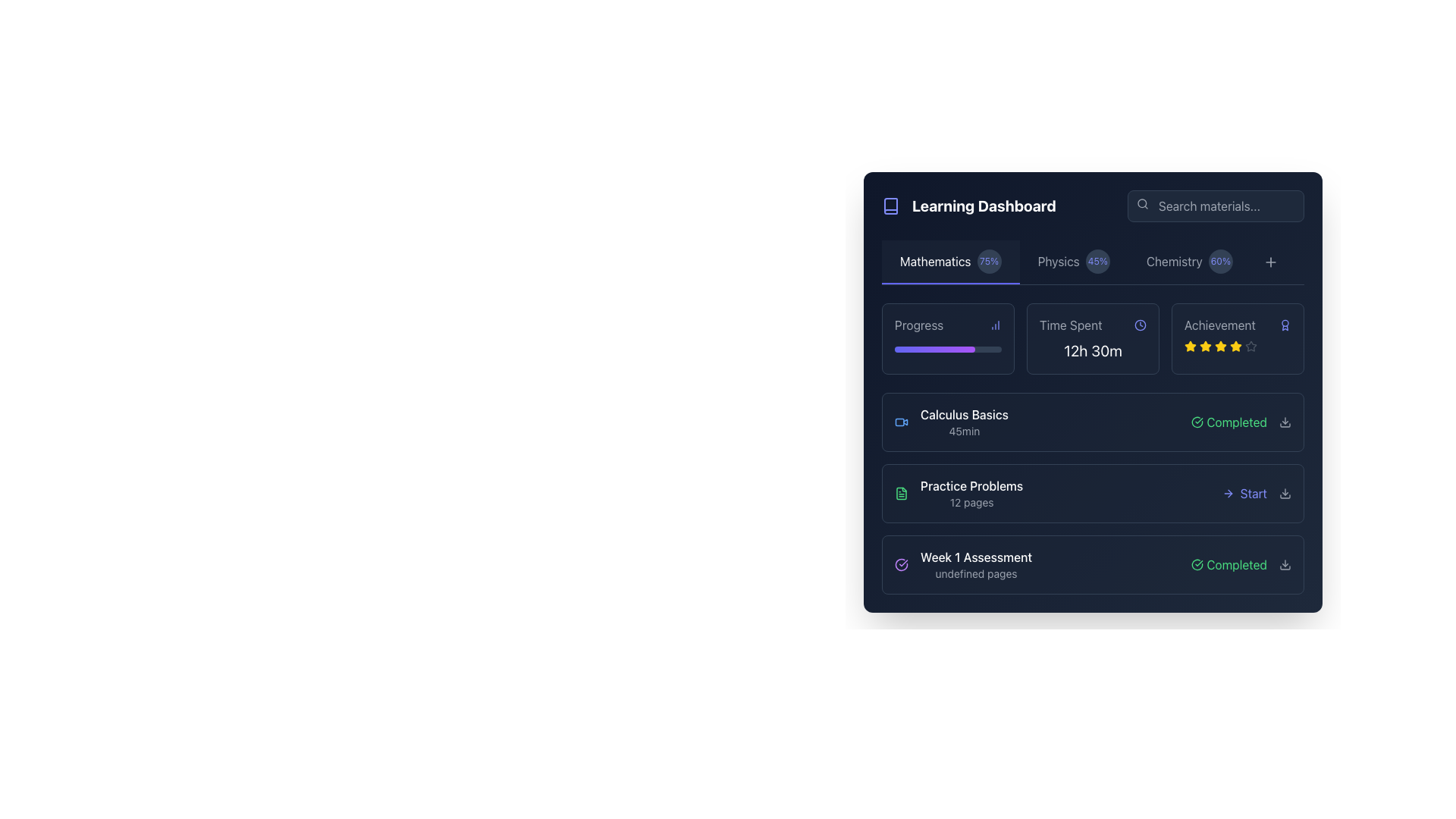  I want to click on the Icon representing the file or document associated with the 'Practice Problems' entry, located to the left of the text 'Practice Problems' and '12 pages', so click(902, 494).